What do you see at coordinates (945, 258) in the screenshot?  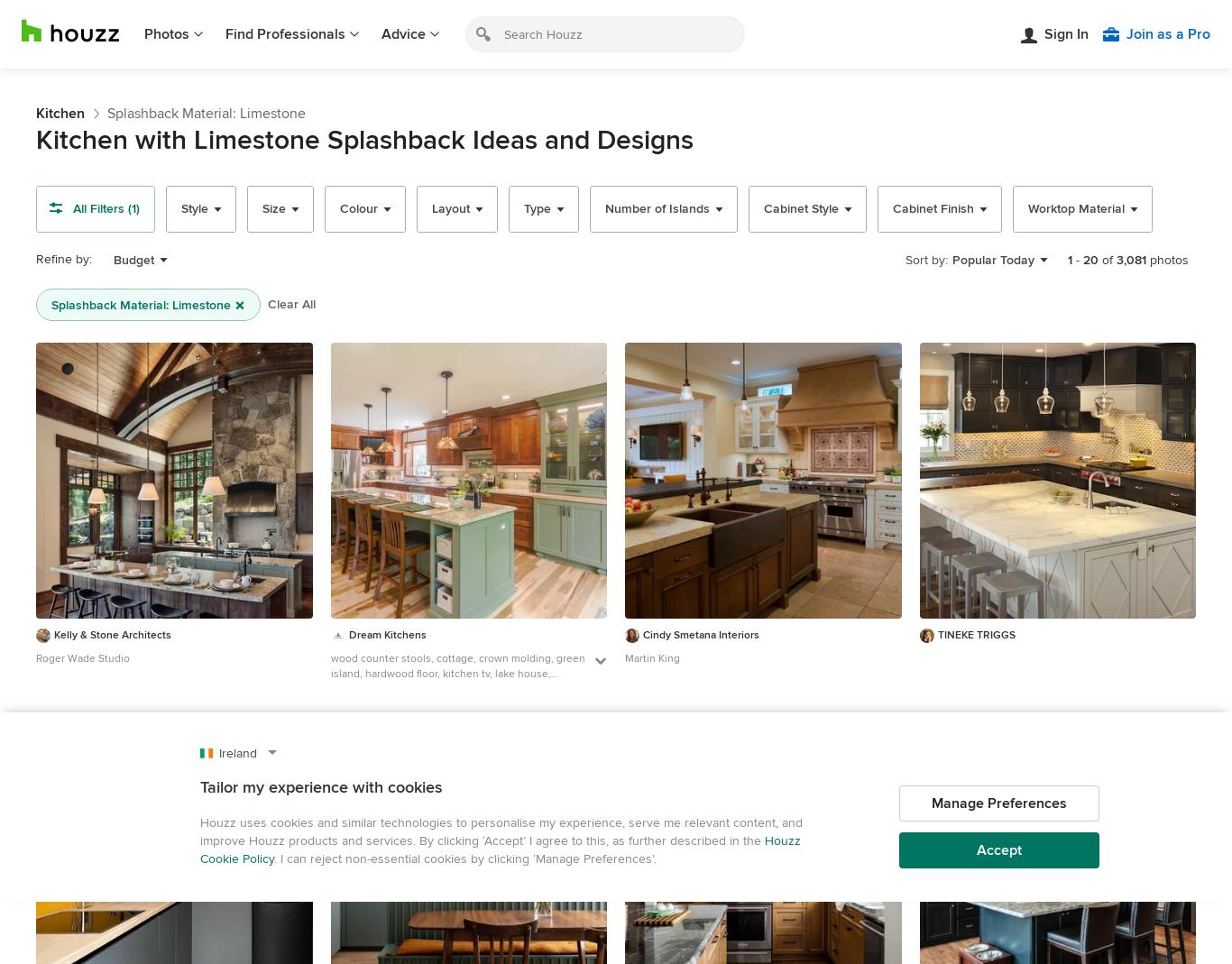 I see `':'` at bounding box center [945, 258].